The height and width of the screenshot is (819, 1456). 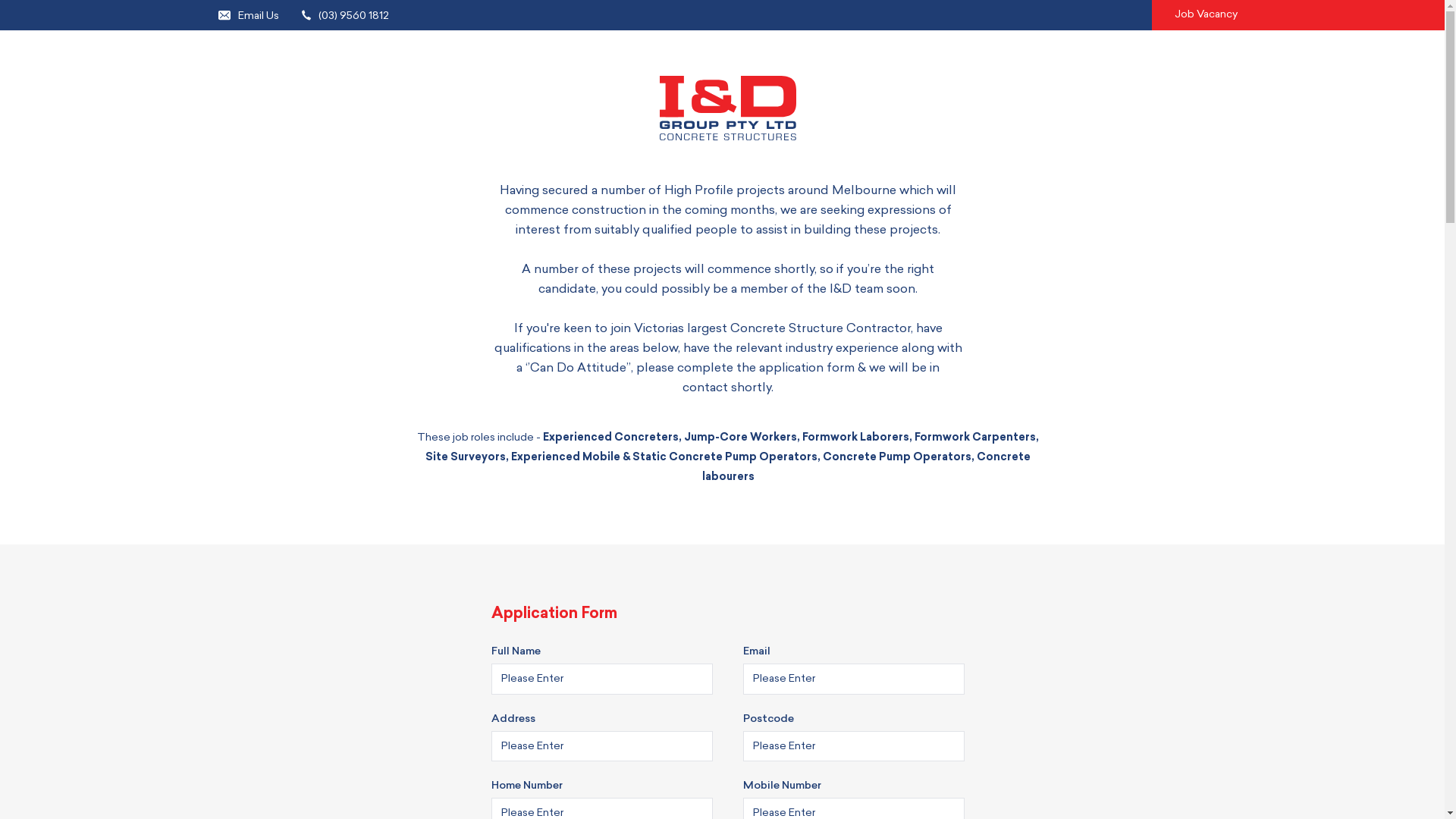 What do you see at coordinates (1194, 15) in the screenshot?
I see `'Job Vacancy'` at bounding box center [1194, 15].